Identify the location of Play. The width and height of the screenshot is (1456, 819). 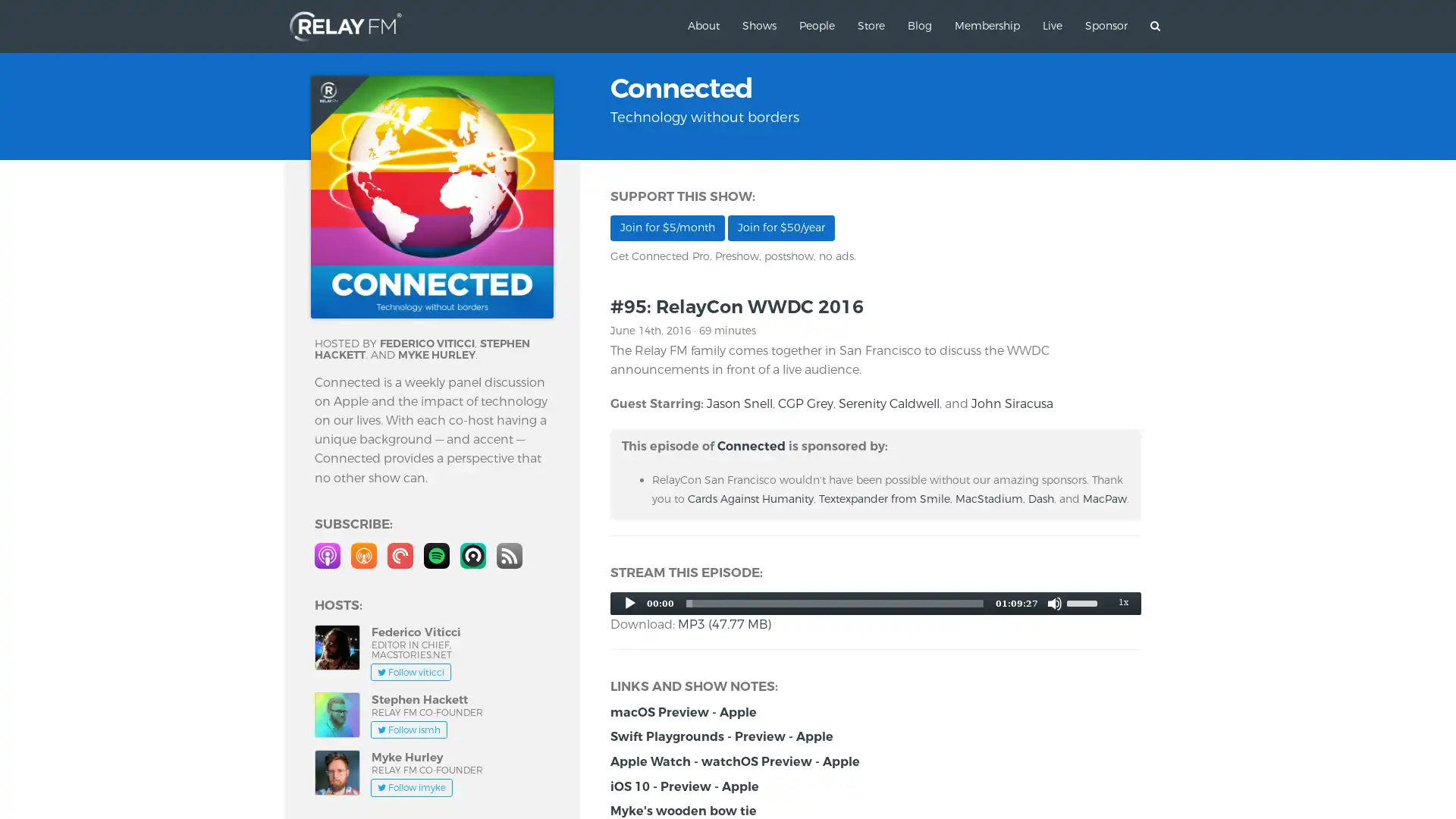
(629, 601).